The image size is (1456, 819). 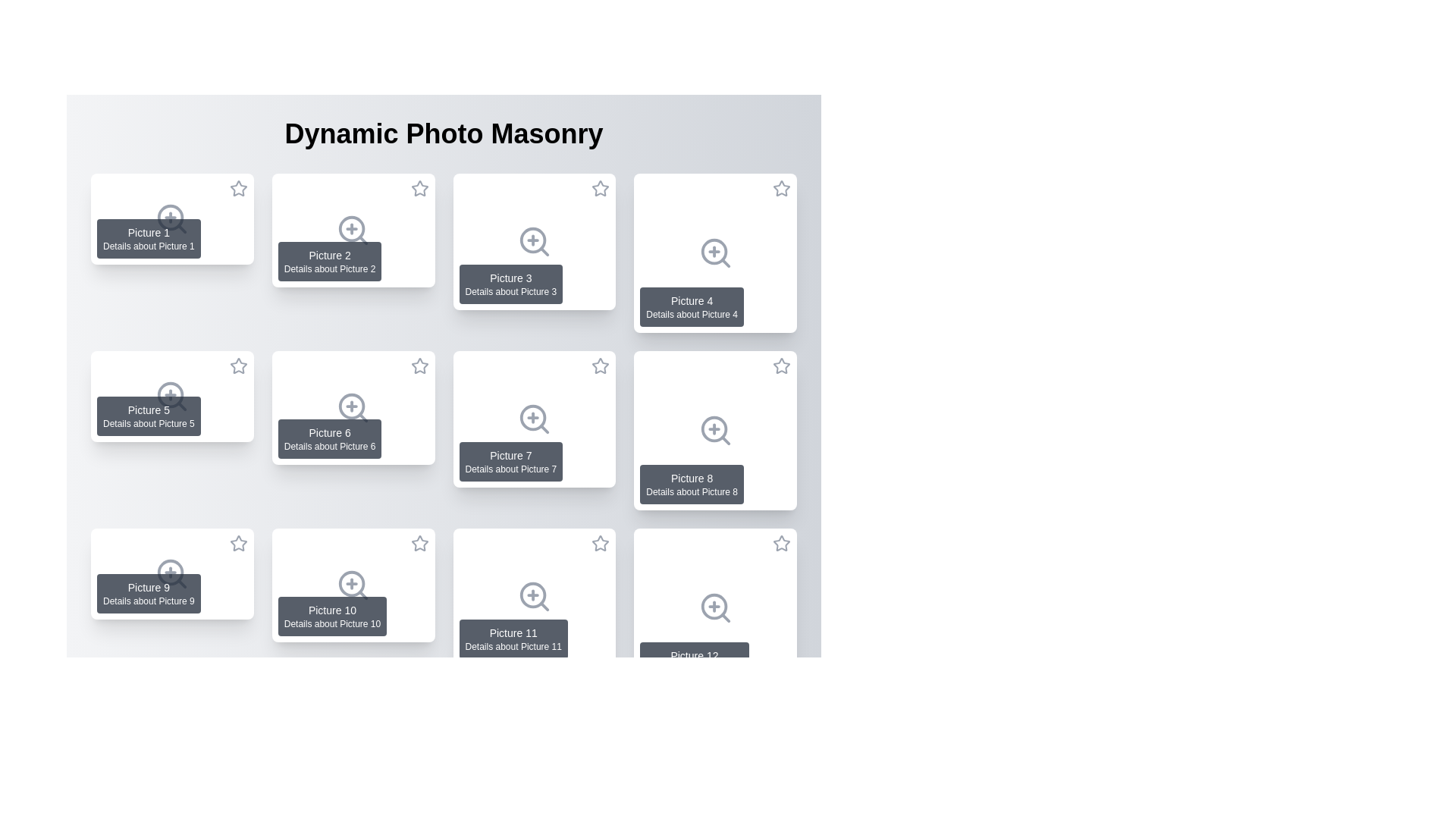 I want to click on the zoom-in icon located above the dark gray bar containing the text 'Details about Picture 6' in the grid layout, which is in the second row and second column, so click(x=353, y=406).